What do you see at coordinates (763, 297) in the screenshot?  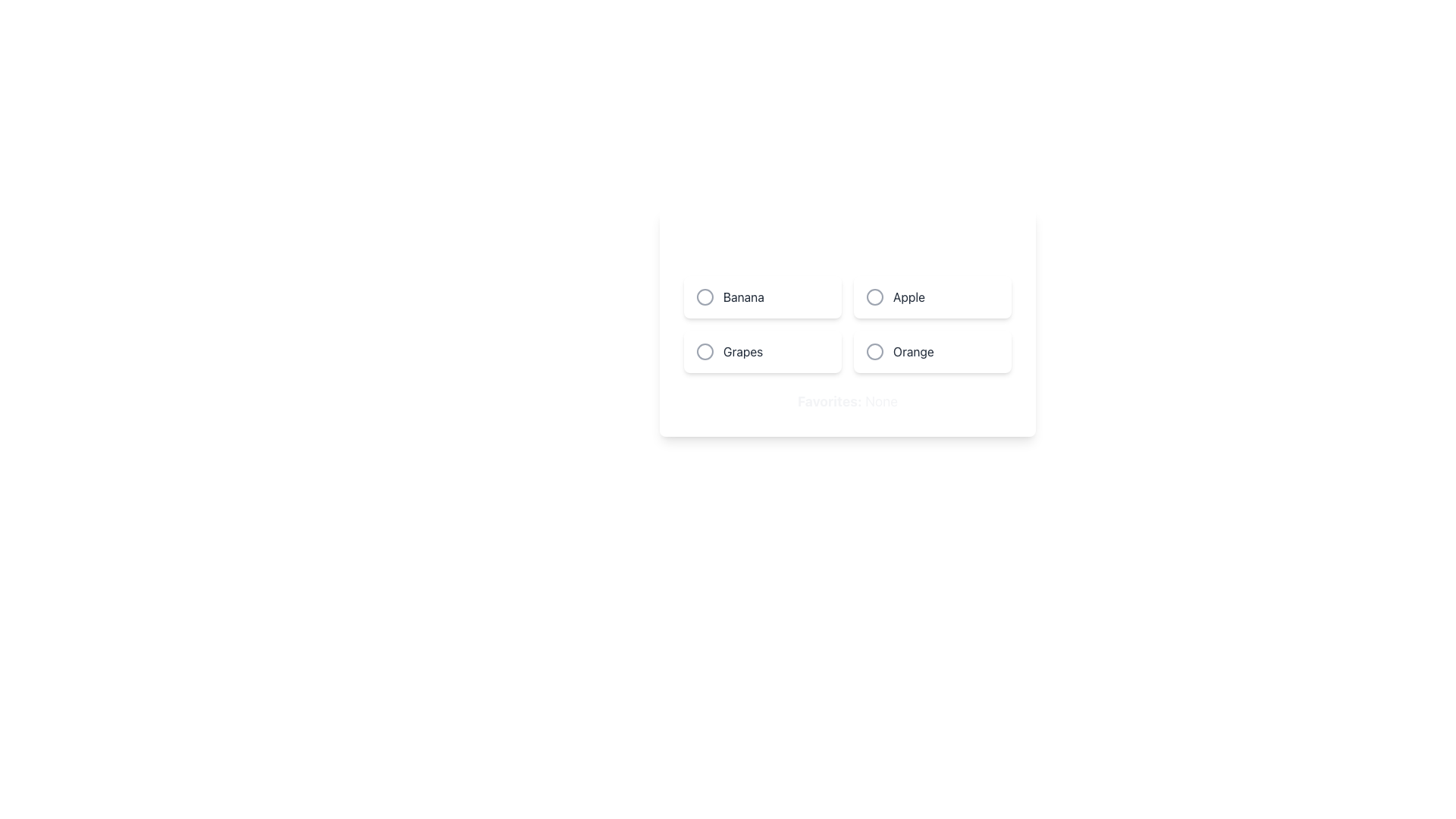 I see `the 'Banana' radio button element, which is the first option in a grid of four items` at bounding box center [763, 297].